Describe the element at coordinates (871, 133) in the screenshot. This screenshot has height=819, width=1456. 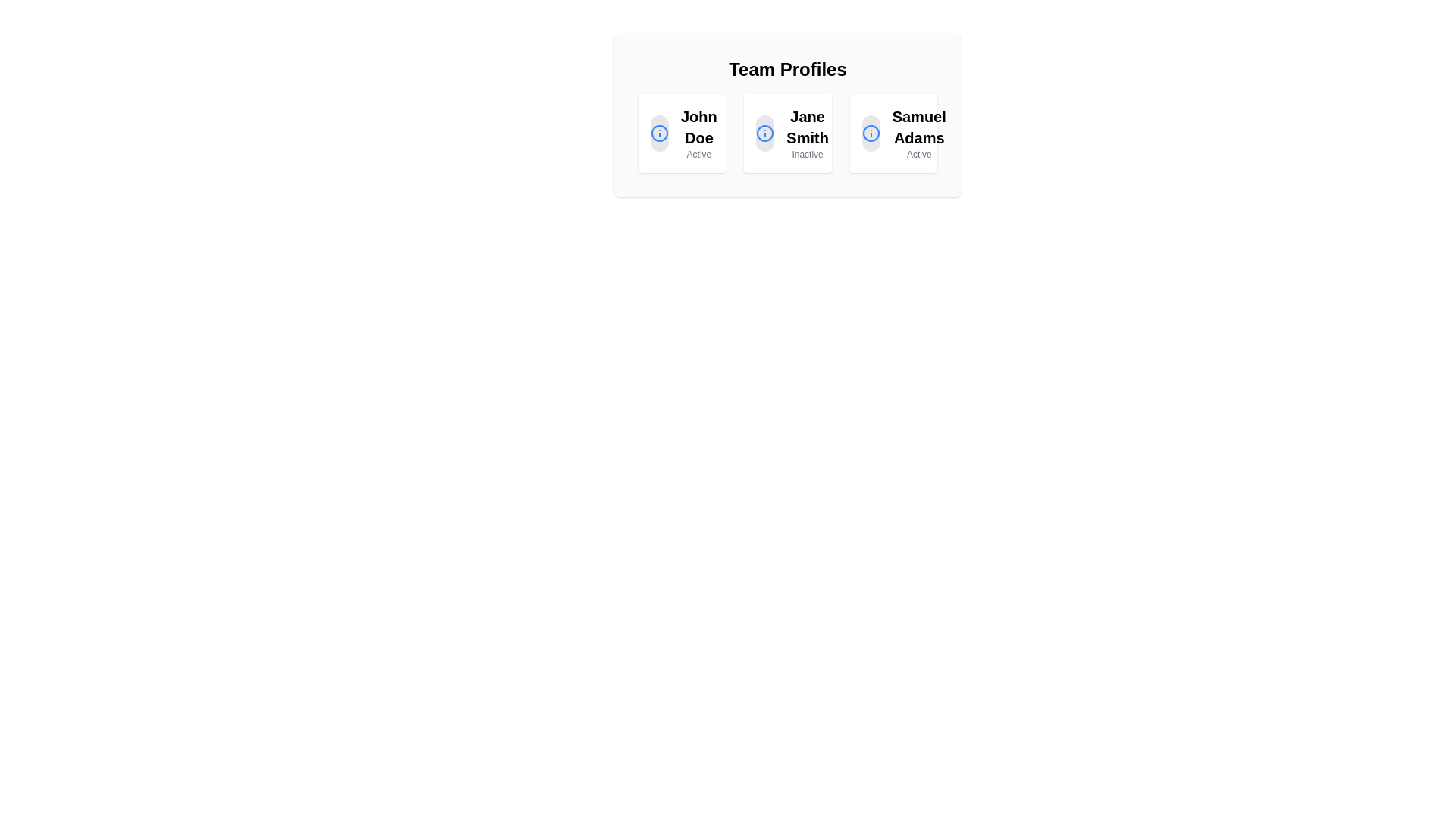
I see `the circular icon with a blue outline and a white interior, featuring a centered exclamation mark, located to the left of 'John Doe' in the 'Team Profiles' section` at that location.